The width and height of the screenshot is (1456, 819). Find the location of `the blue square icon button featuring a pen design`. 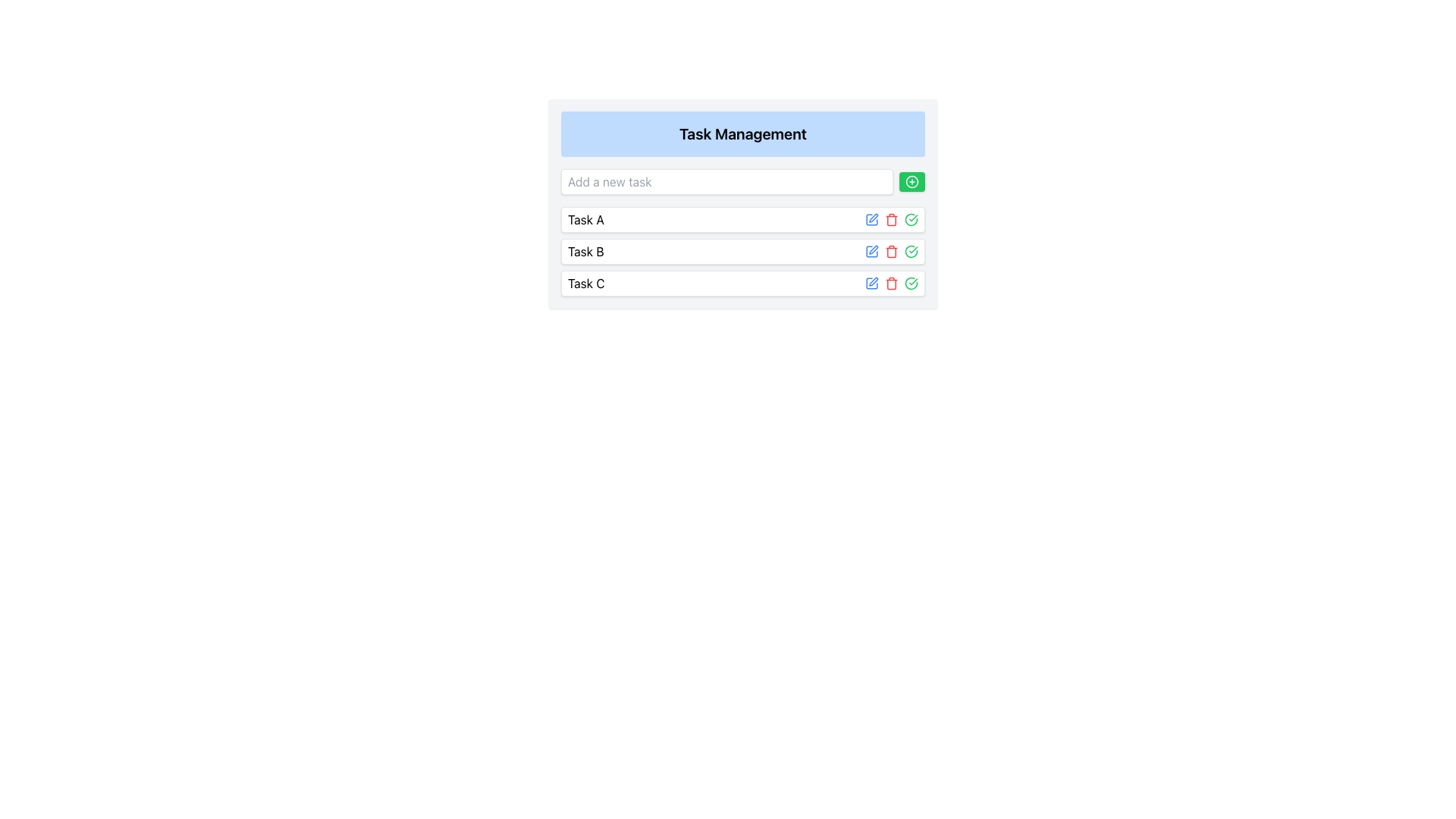

the blue square icon button featuring a pen design is located at coordinates (872, 250).